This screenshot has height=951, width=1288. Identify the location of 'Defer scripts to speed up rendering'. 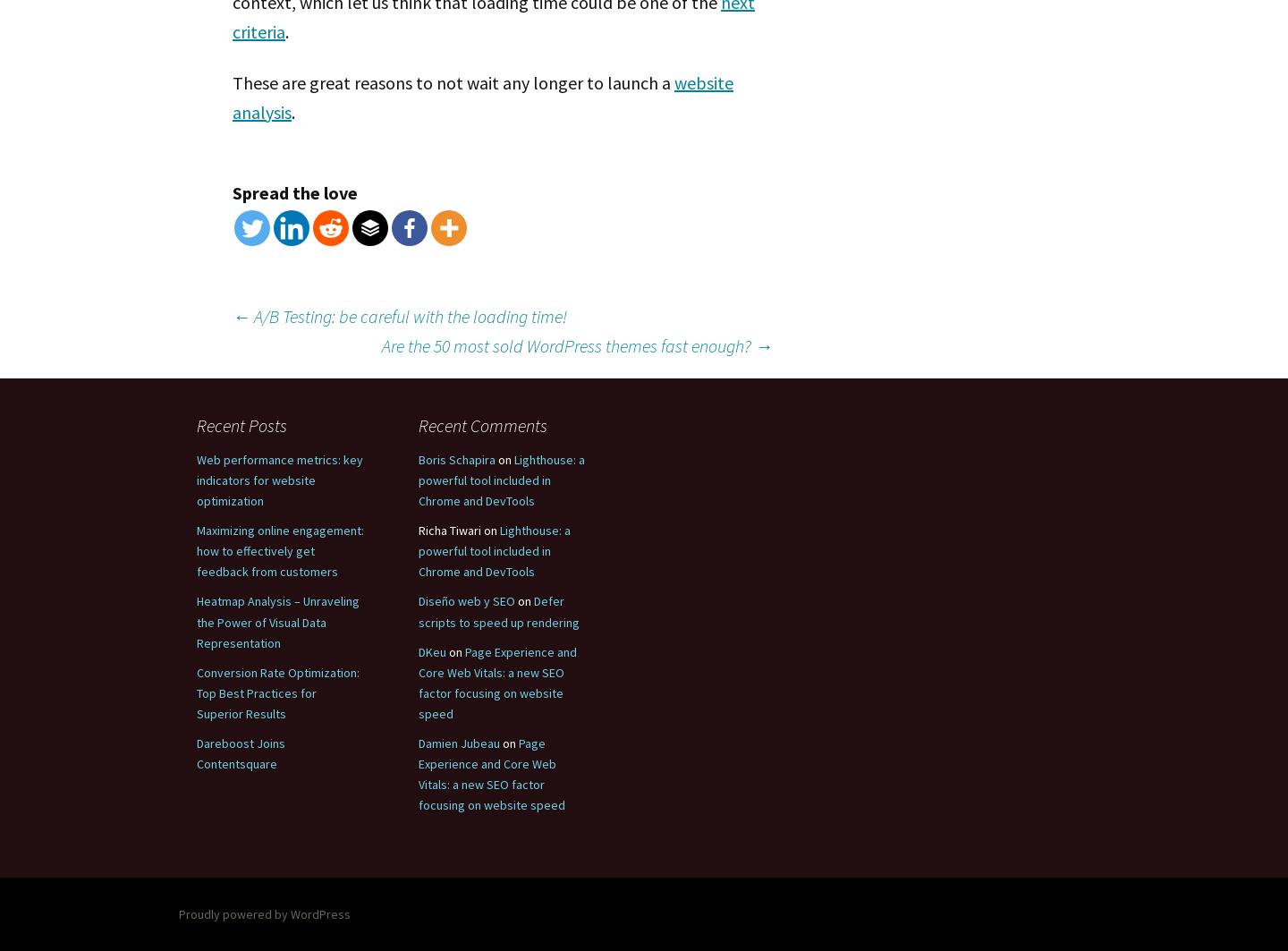
(499, 610).